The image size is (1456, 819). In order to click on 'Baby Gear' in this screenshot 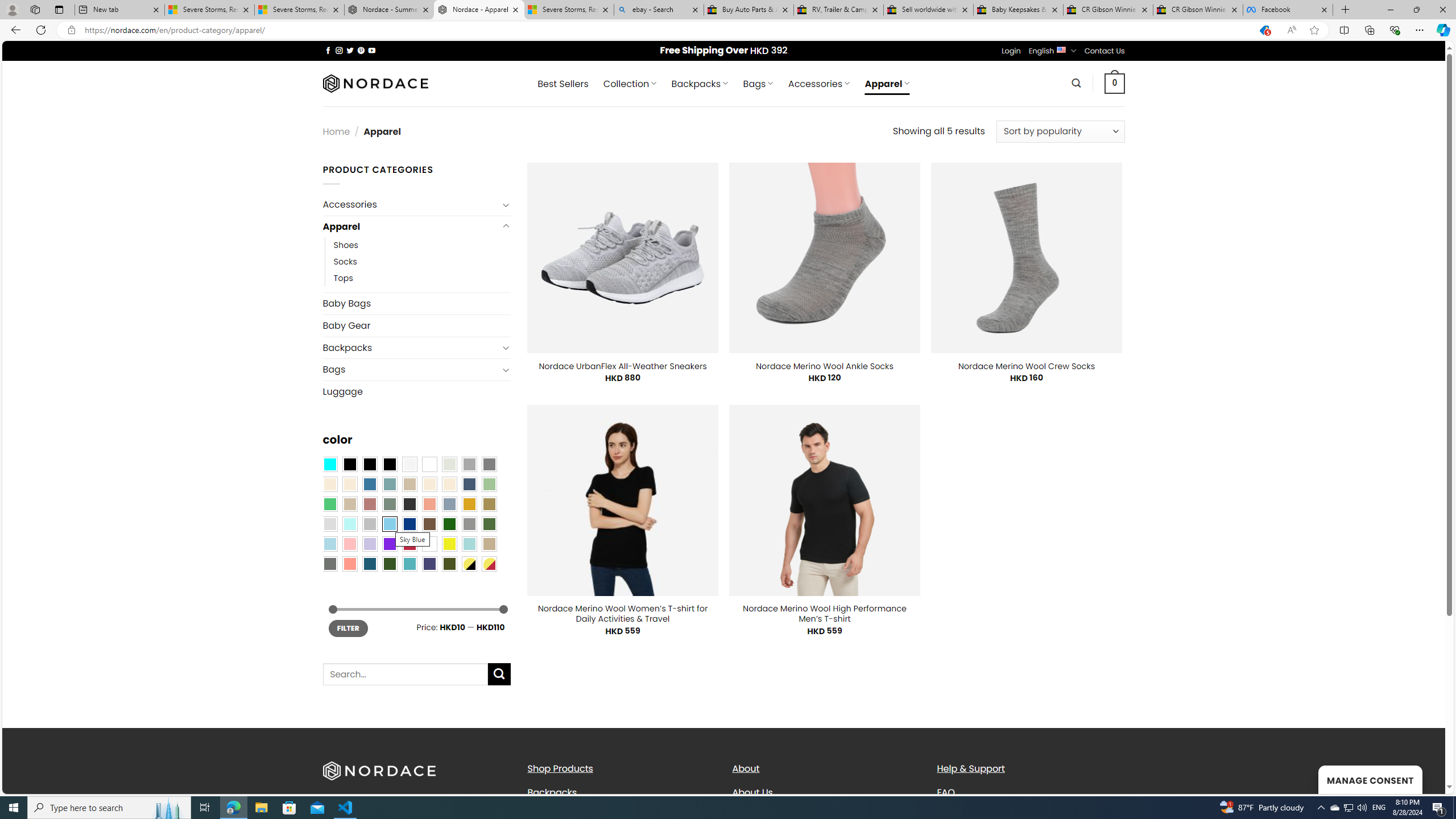, I will do `click(416, 325)`.